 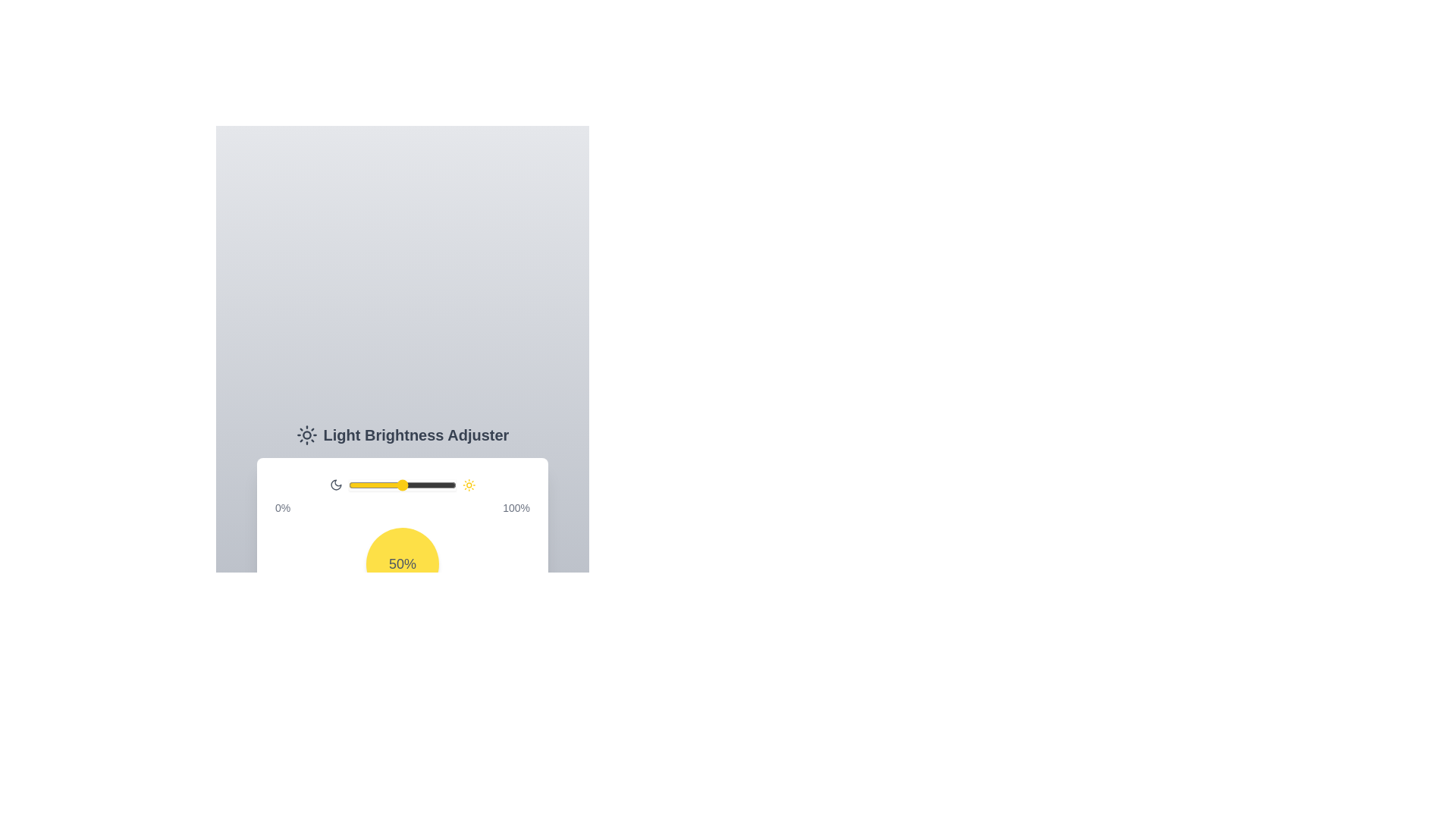 I want to click on the brightness to 71%, so click(x=425, y=485).